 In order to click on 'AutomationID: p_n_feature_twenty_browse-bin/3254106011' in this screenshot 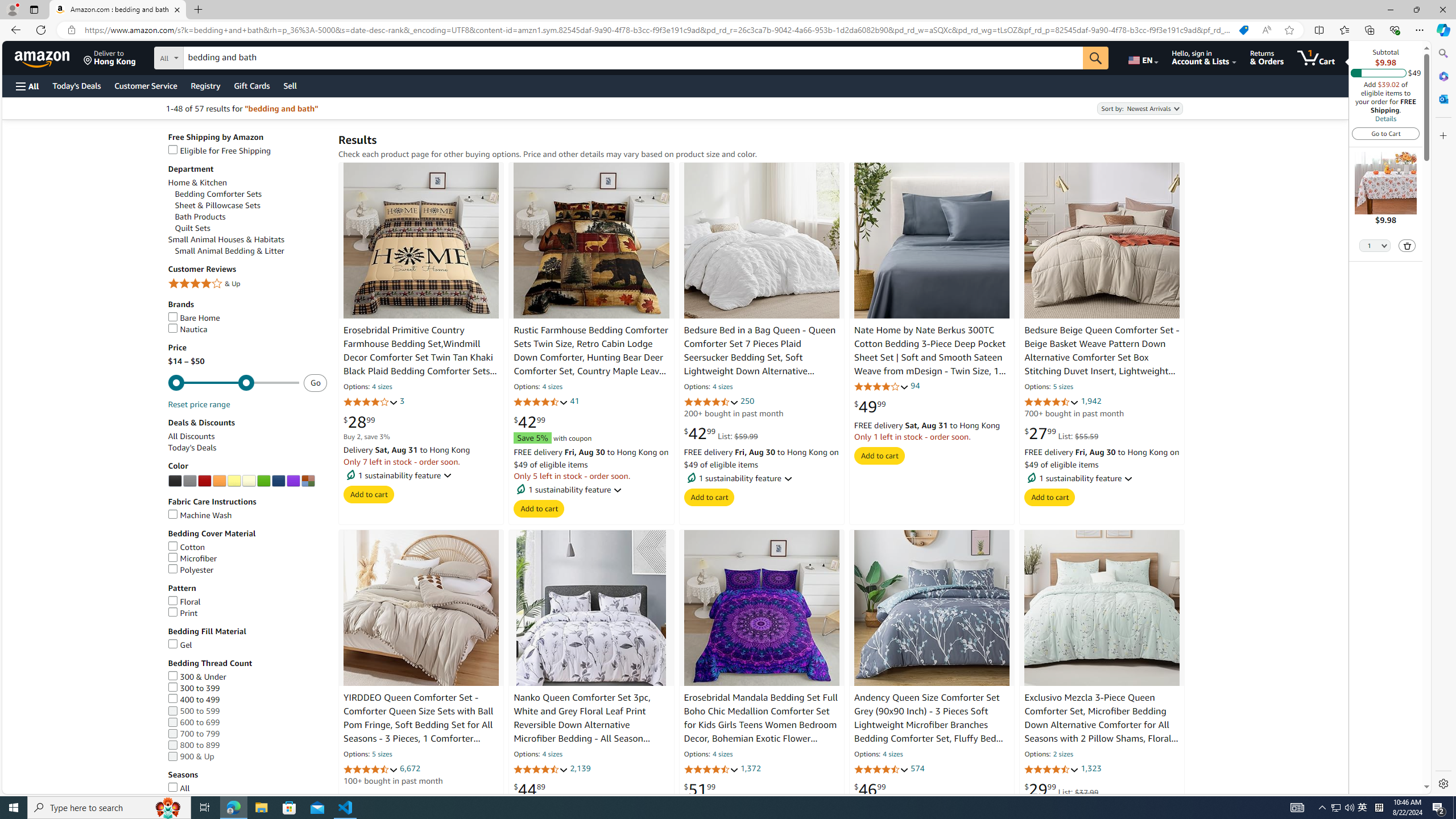, I will do `click(234, 481)`.